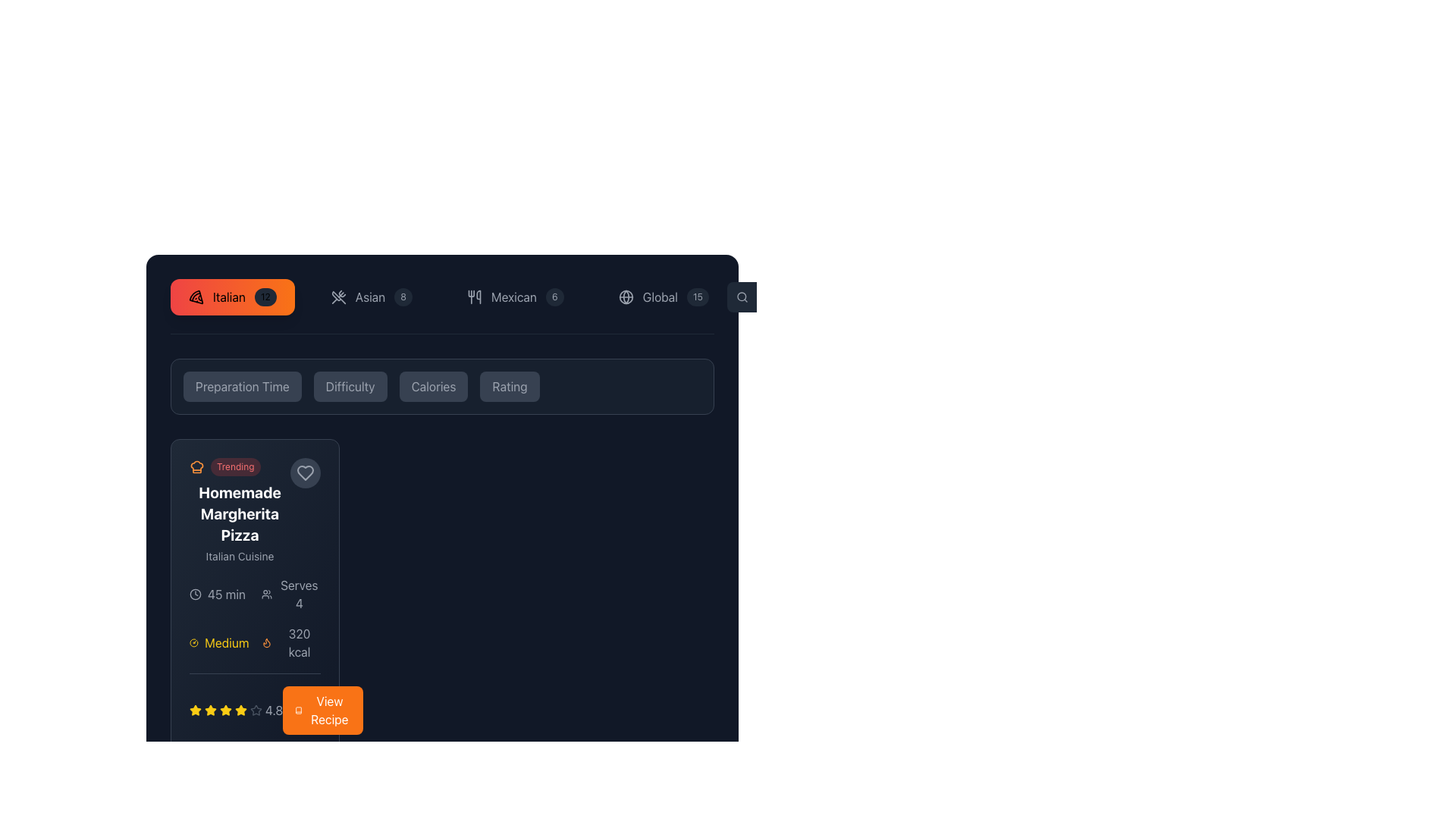  Describe the element at coordinates (447, 297) in the screenshot. I see `the 'Mexican' button in the navigation list` at that location.